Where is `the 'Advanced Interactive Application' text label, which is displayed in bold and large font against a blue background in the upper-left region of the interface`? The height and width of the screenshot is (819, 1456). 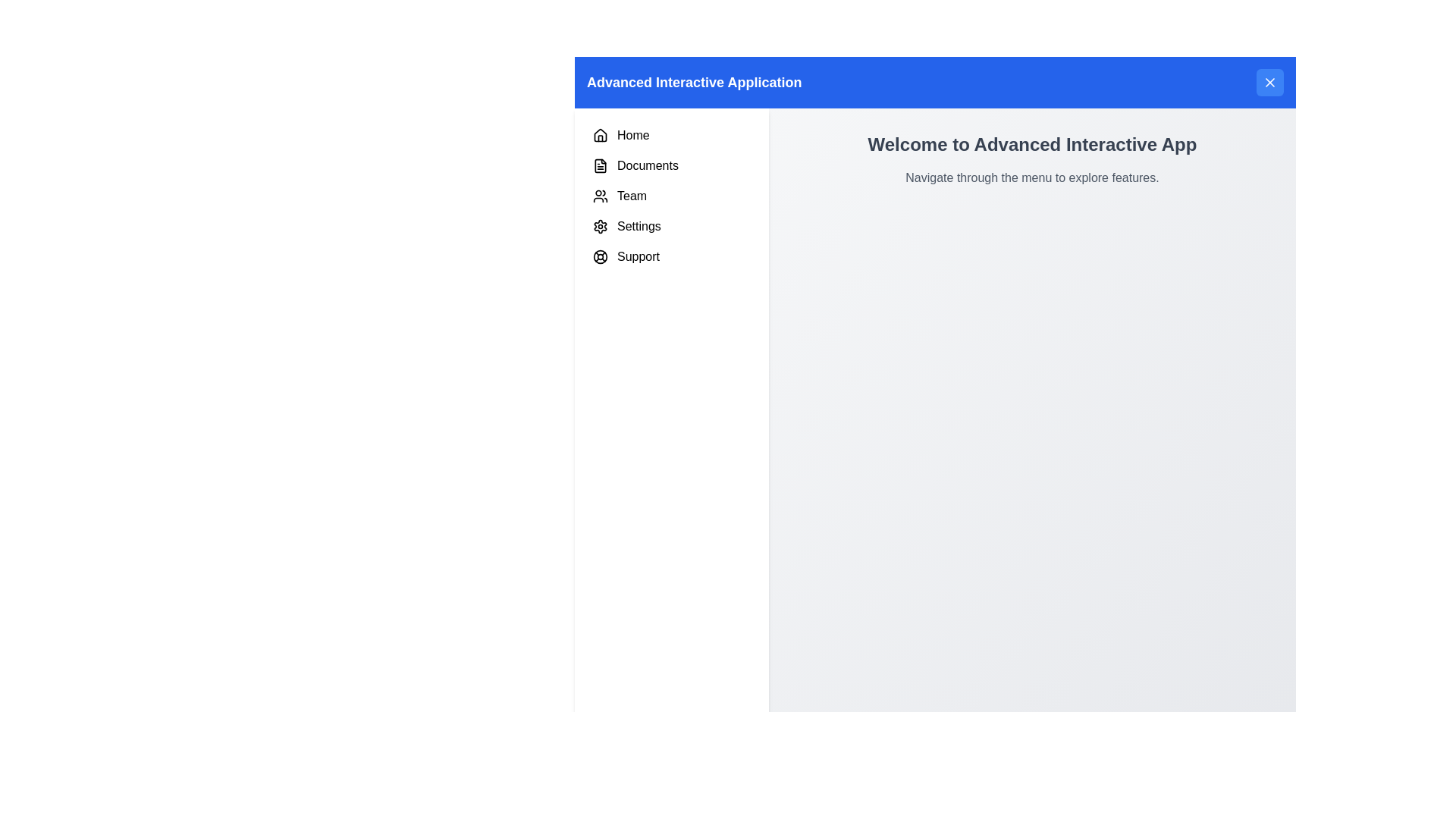
the 'Advanced Interactive Application' text label, which is displayed in bold and large font against a blue background in the upper-left region of the interface is located at coordinates (693, 82).